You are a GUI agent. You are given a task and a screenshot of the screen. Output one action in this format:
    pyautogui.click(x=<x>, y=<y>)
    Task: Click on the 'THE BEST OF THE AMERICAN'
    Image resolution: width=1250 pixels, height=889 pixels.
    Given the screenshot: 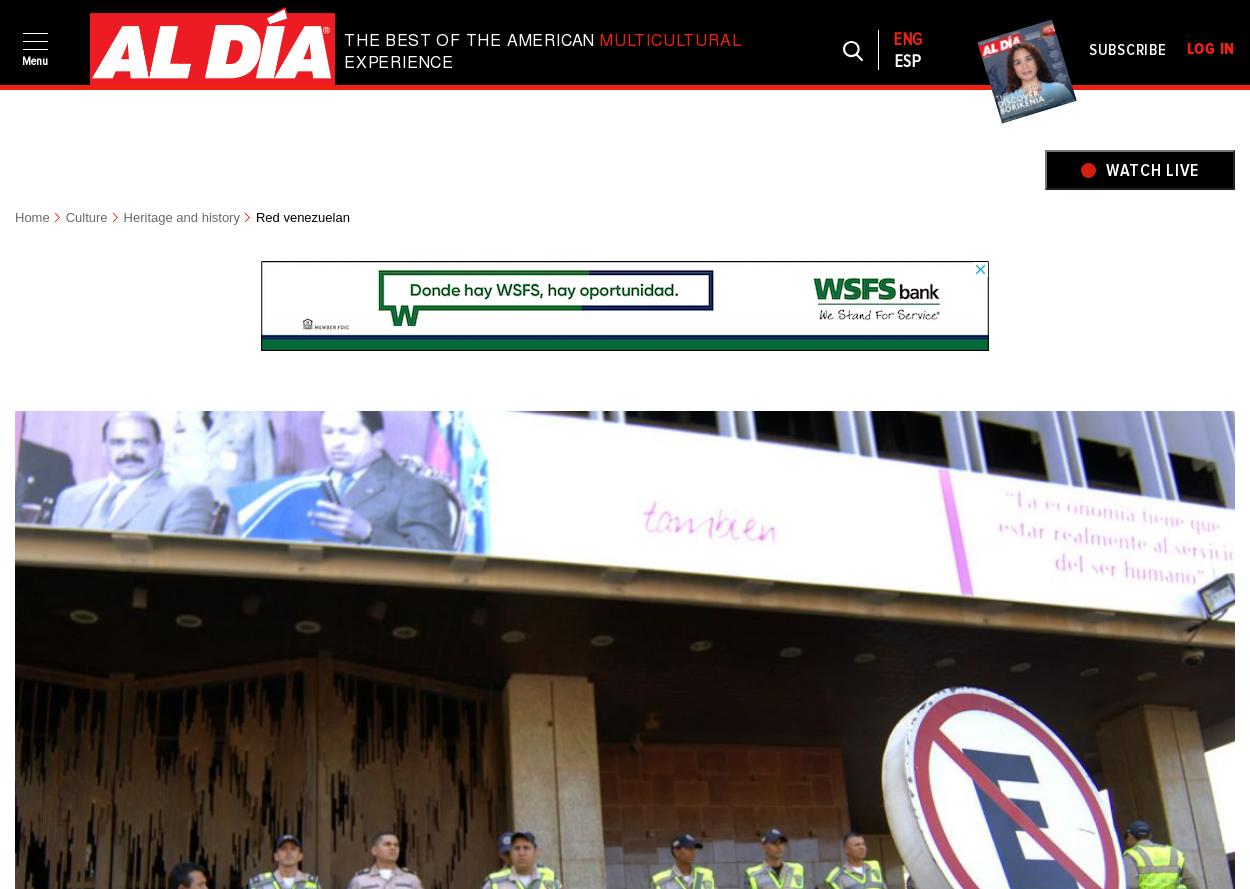 What is the action you would take?
    pyautogui.click(x=343, y=40)
    